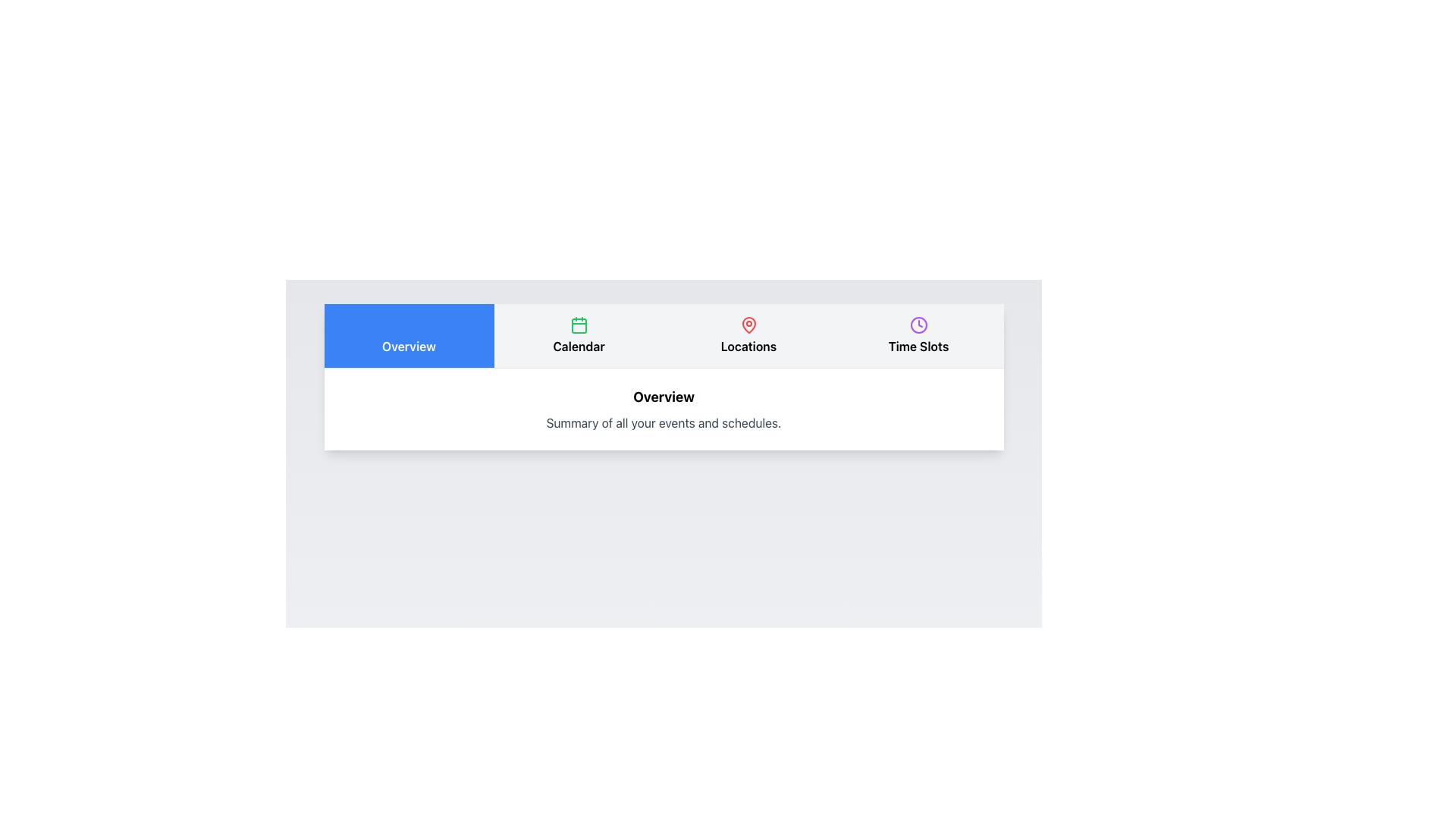  What do you see at coordinates (578, 324) in the screenshot?
I see `the green calendar icon in the horizontal menu bar` at bounding box center [578, 324].